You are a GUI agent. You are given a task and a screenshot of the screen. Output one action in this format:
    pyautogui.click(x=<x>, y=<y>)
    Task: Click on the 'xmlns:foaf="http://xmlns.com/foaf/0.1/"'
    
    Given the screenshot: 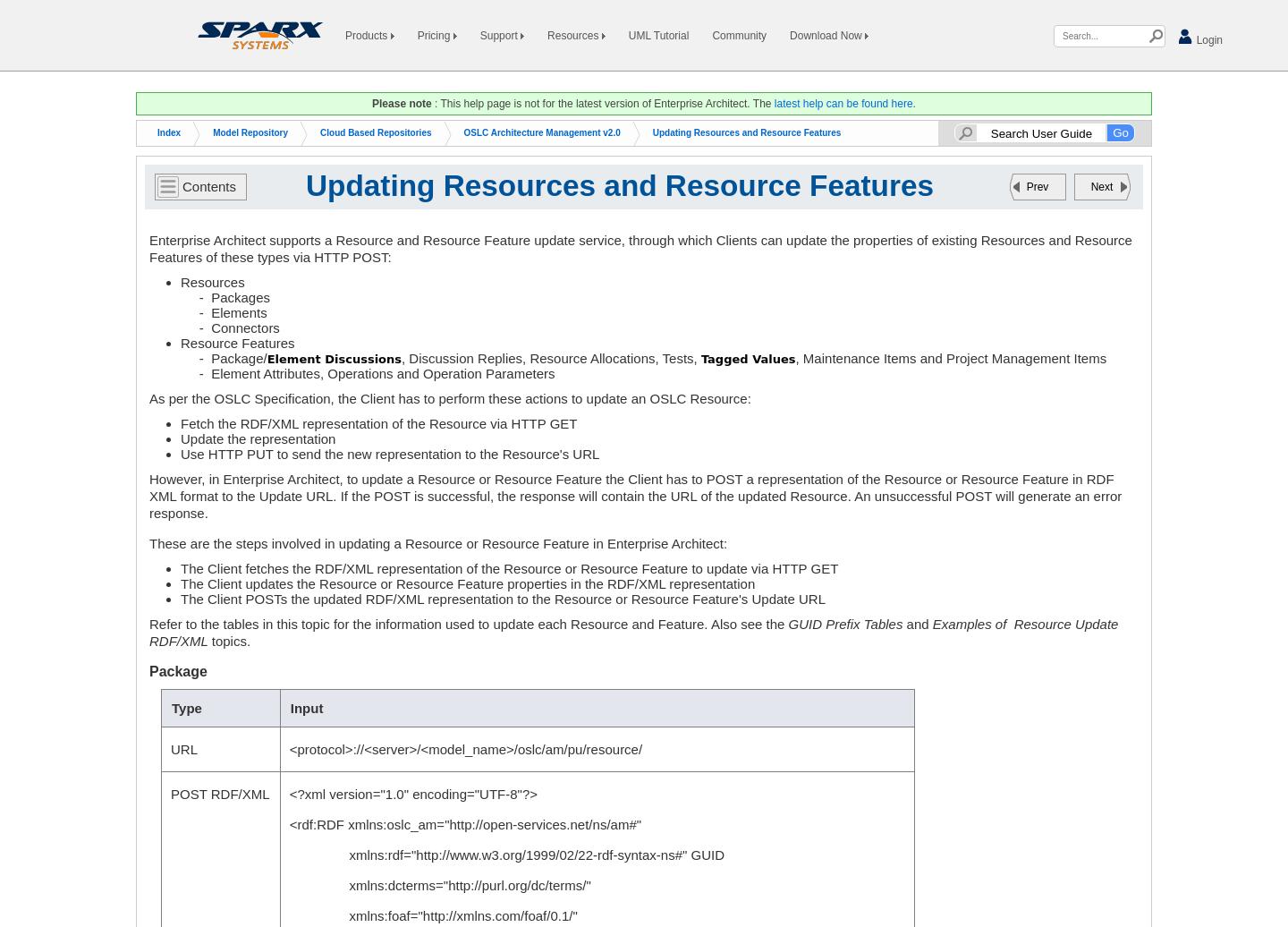 What is the action you would take?
    pyautogui.click(x=431, y=915)
    